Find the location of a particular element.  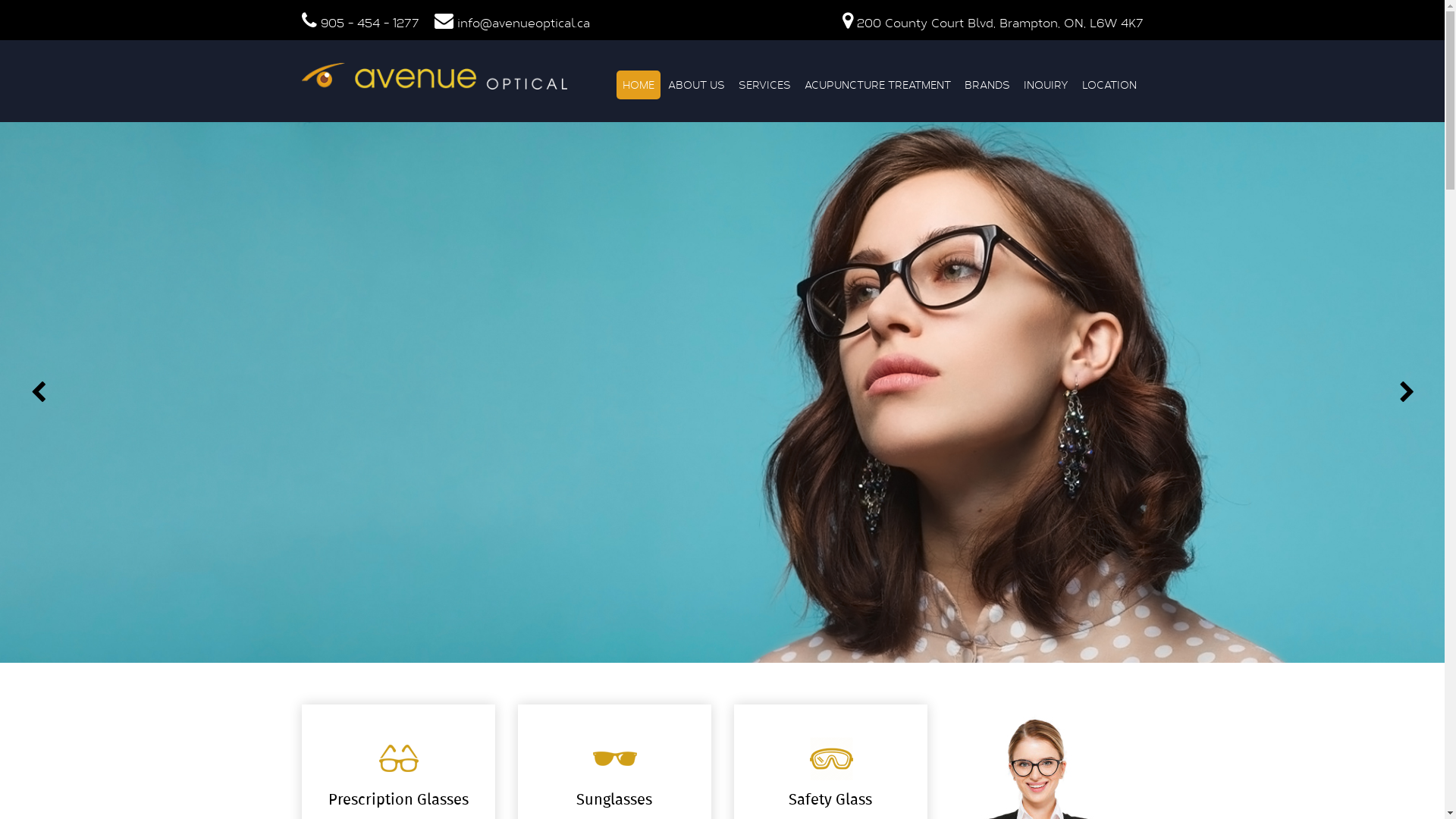

'ABOUT US' is located at coordinates (695, 84).